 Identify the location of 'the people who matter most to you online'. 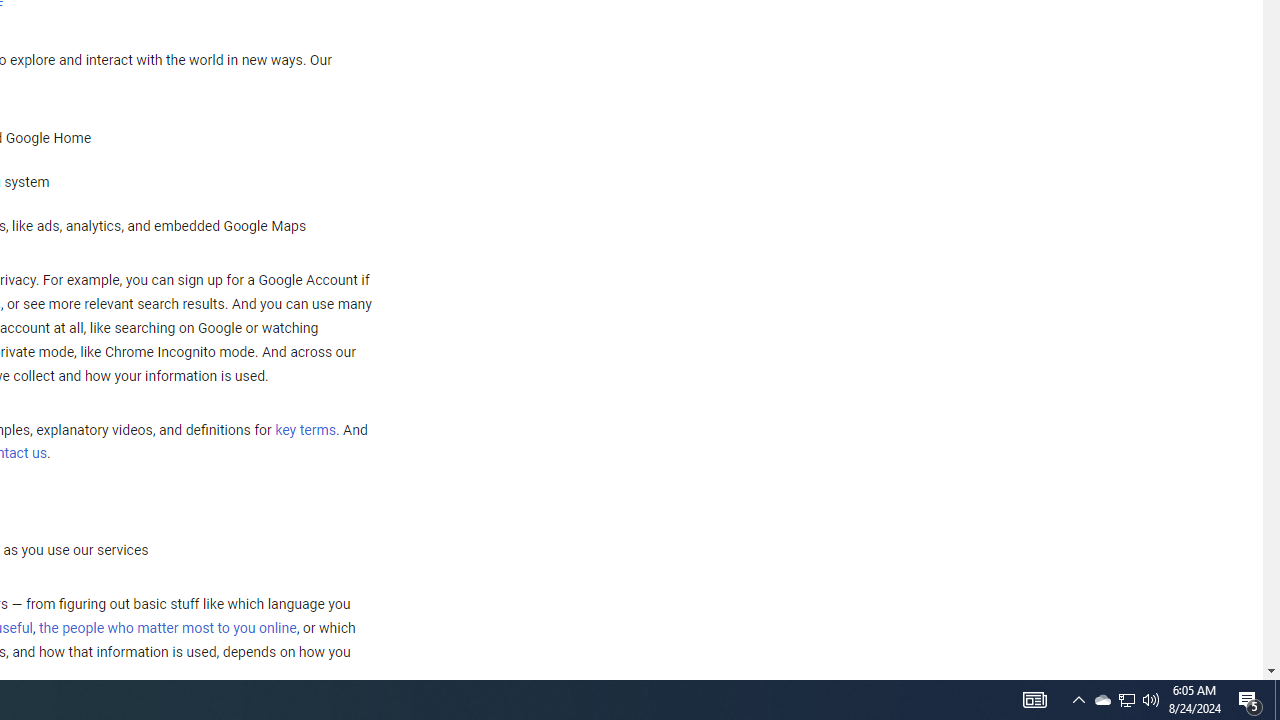
(167, 627).